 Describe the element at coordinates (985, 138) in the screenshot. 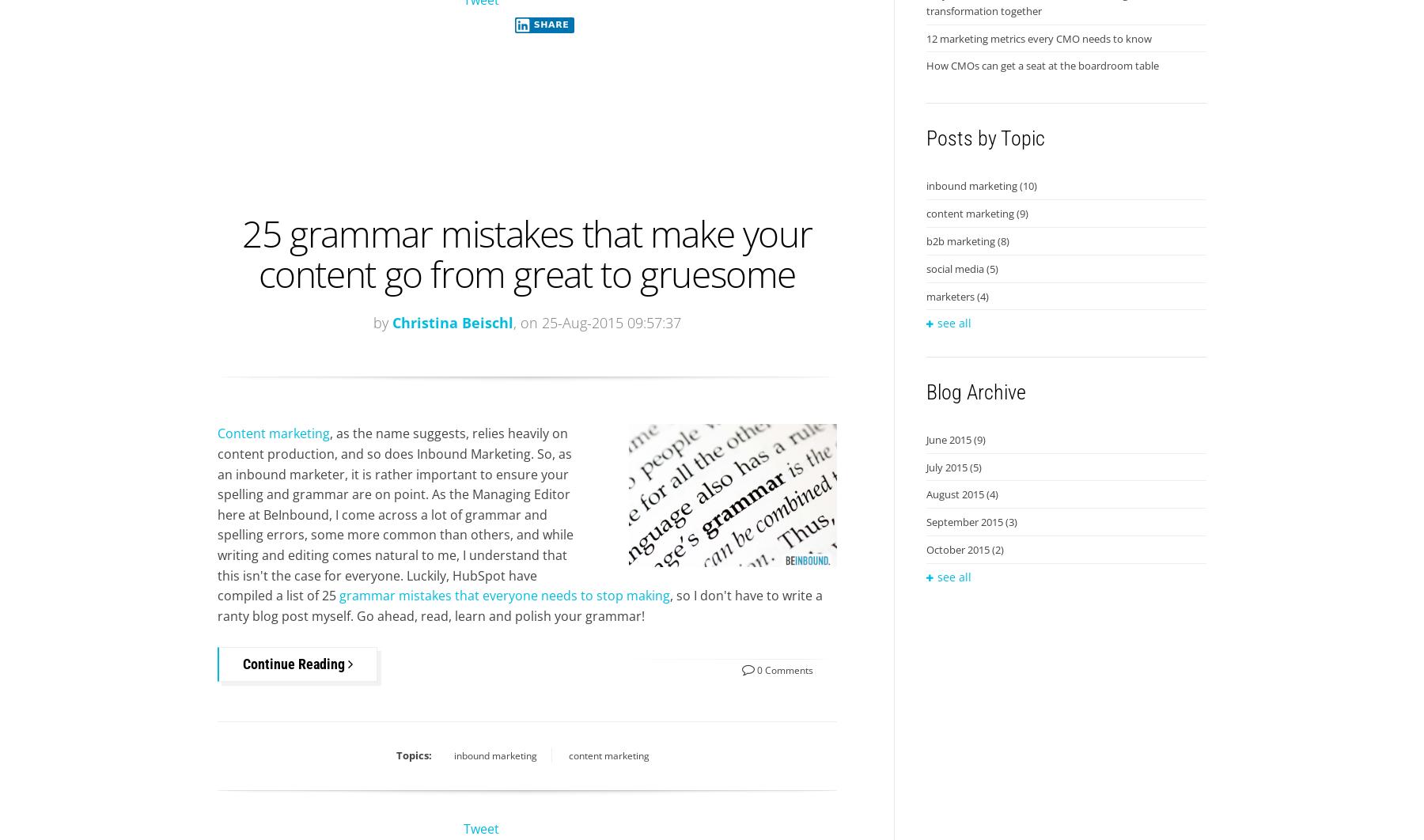

I see `'Posts by Topic'` at that location.